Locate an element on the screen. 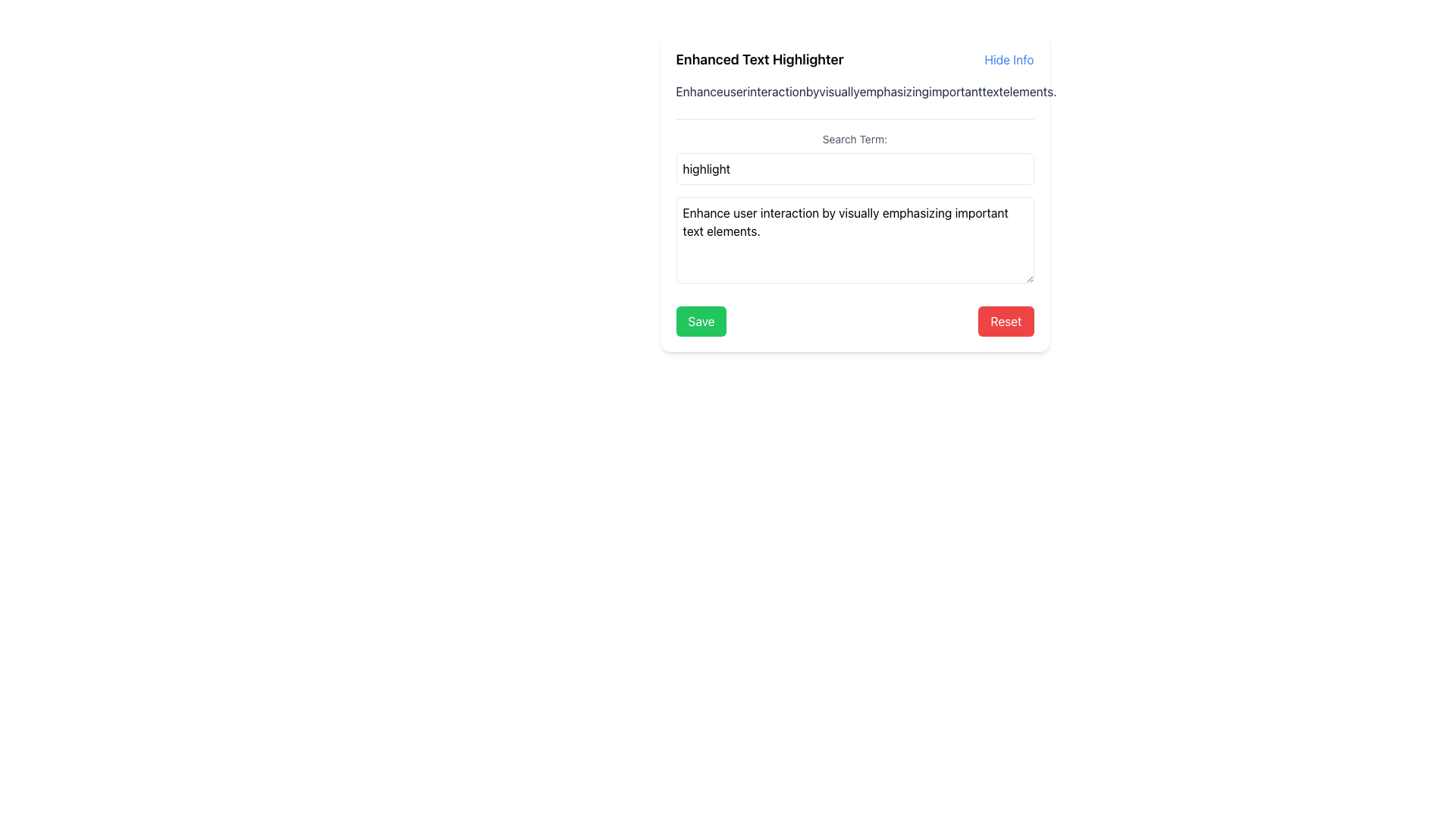  the last Text label that displays the last word of the descriptive sentence in the user interface, which is purely for visual display and textual context is located at coordinates (1030, 91).